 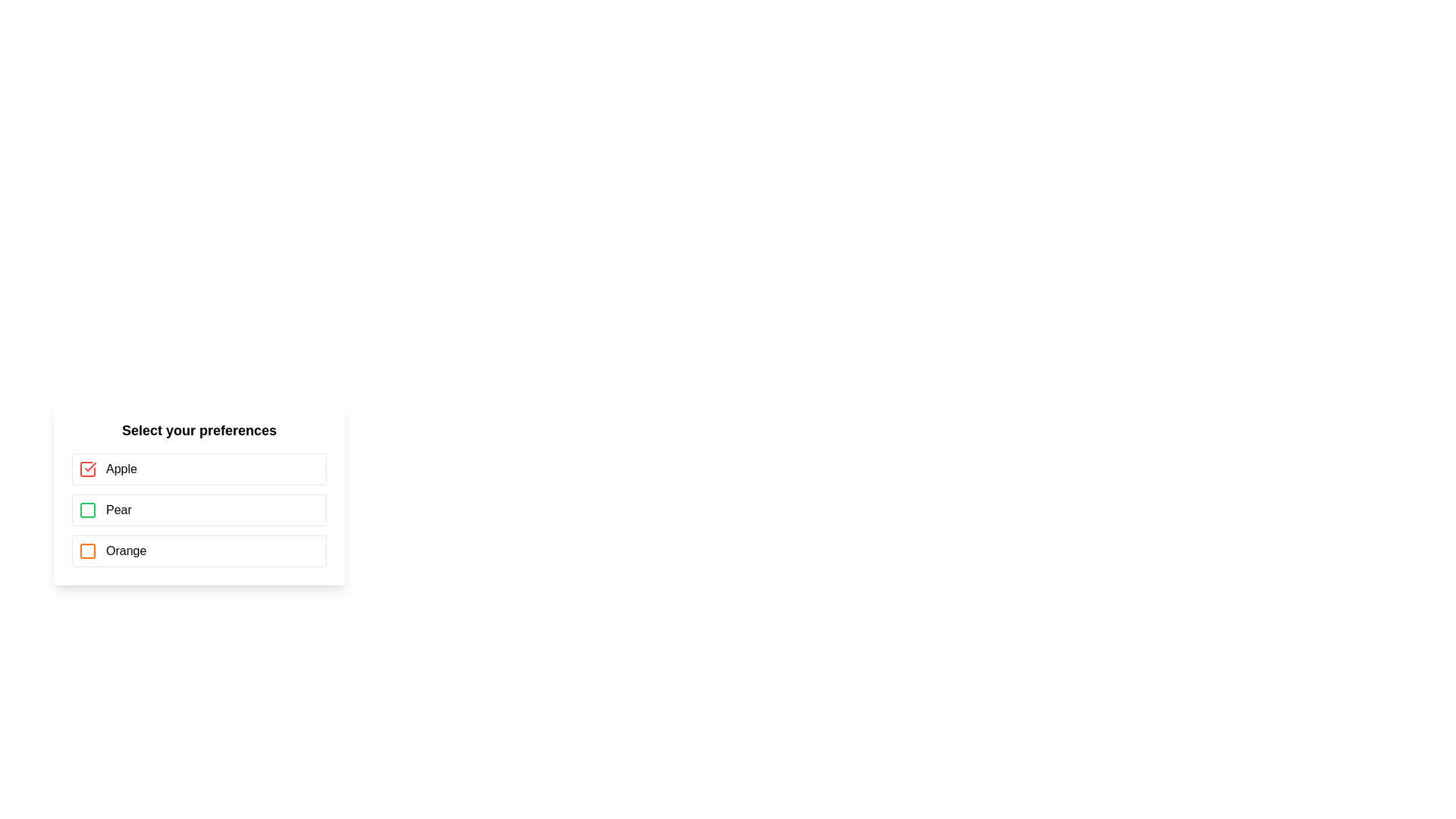 What do you see at coordinates (86, 468) in the screenshot?
I see `the visual status of the checkmark icon indicating the selection status of the 'Apple' option in the preference selection list, located to the left of the text 'Apple'` at bounding box center [86, 468].